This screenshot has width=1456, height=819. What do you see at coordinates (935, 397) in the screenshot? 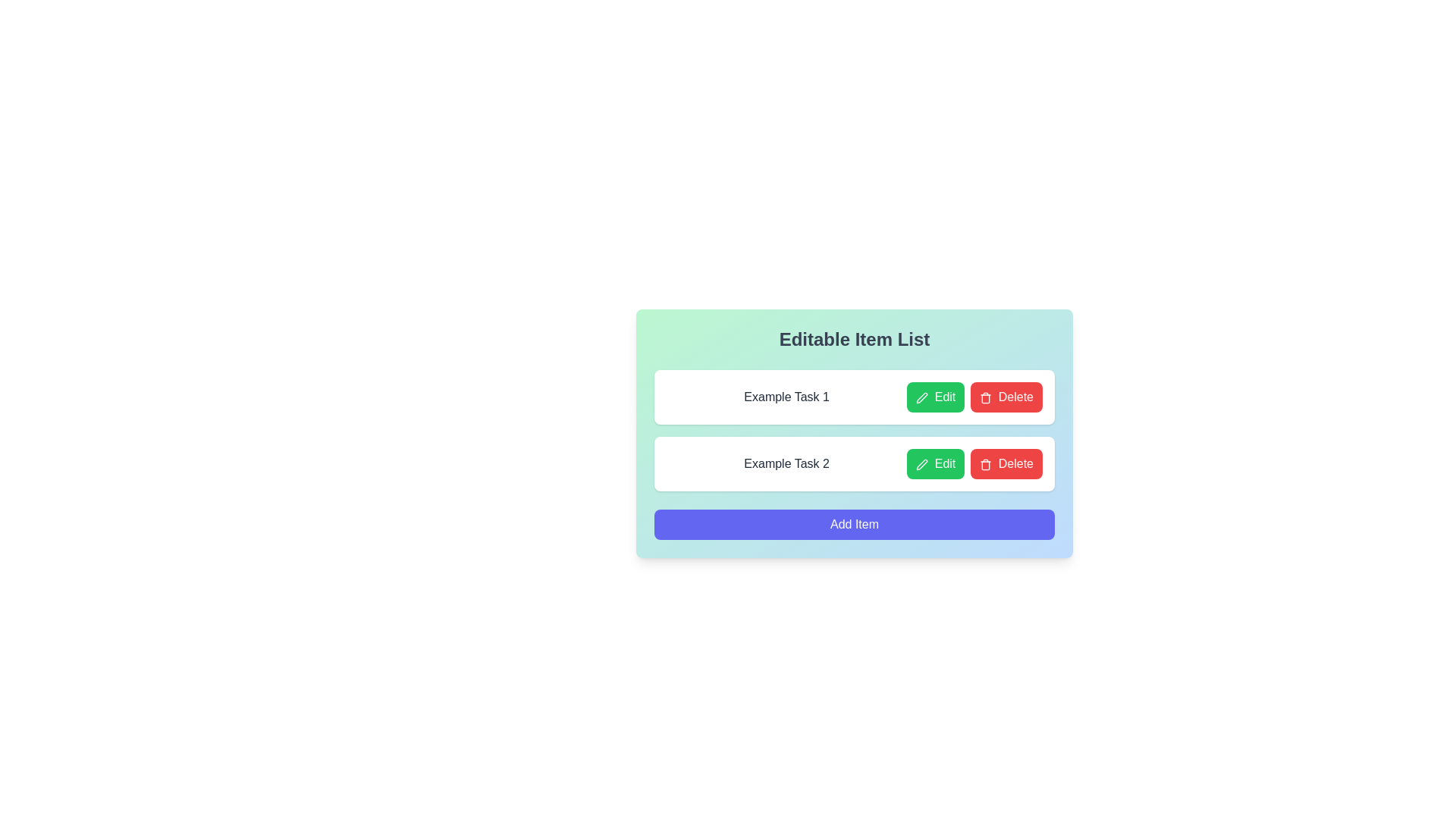
I see `the 'Edit' button associated with 'Example Task 1' to observe the hover effect` at bounding box center [935, 397].